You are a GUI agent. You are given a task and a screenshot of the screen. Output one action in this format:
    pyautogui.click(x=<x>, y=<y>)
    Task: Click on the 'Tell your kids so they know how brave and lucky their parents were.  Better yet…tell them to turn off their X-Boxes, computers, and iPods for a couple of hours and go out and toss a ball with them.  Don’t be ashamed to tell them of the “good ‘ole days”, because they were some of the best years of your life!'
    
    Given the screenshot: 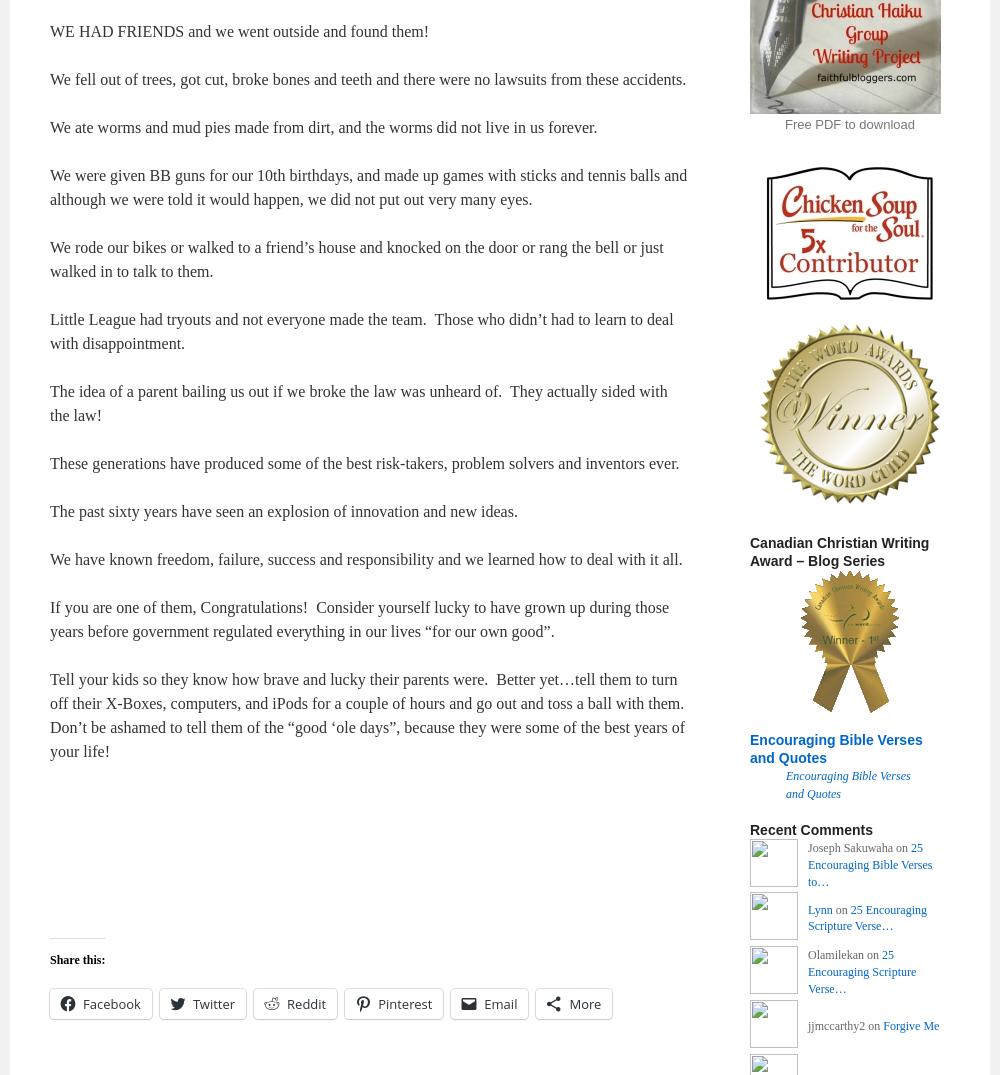 What is the action you would take?
    pyautogui.click(x=368, y=714)
    